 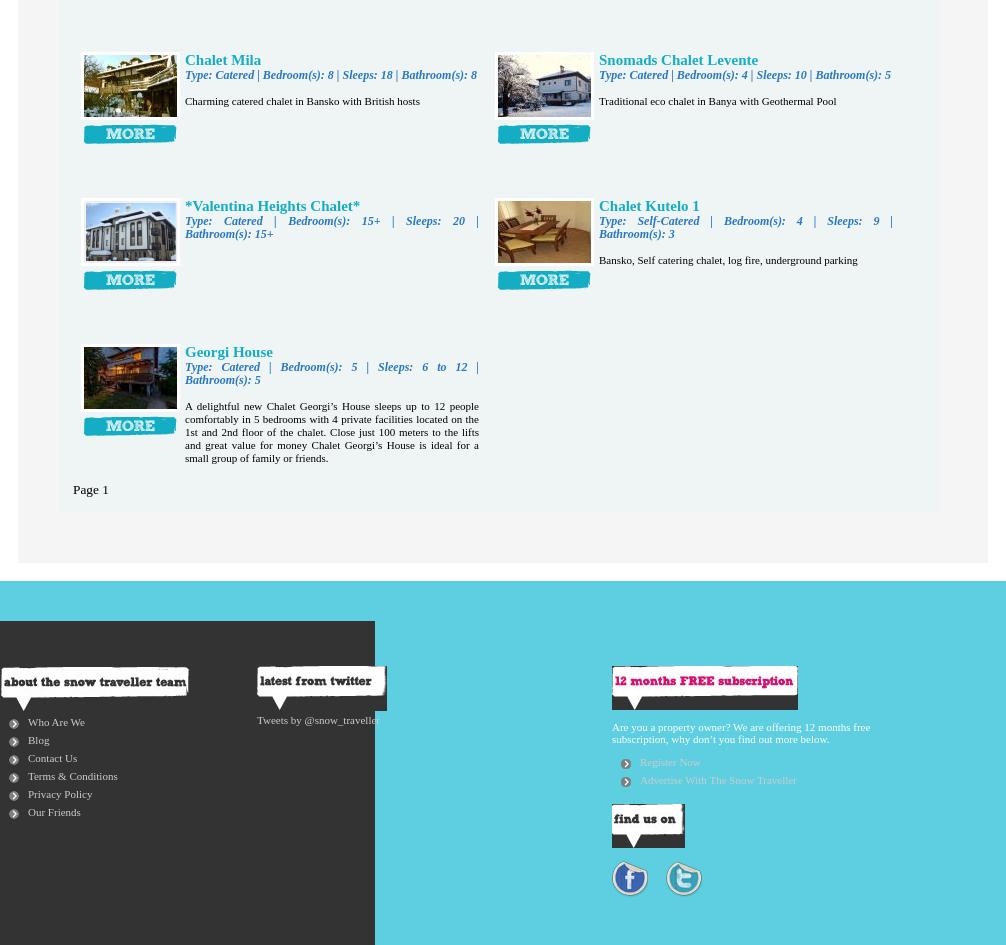 What do you see at coordinates (38, 738) in the screenshot?
I see `'Blog'` at bounding box center [38, 738].